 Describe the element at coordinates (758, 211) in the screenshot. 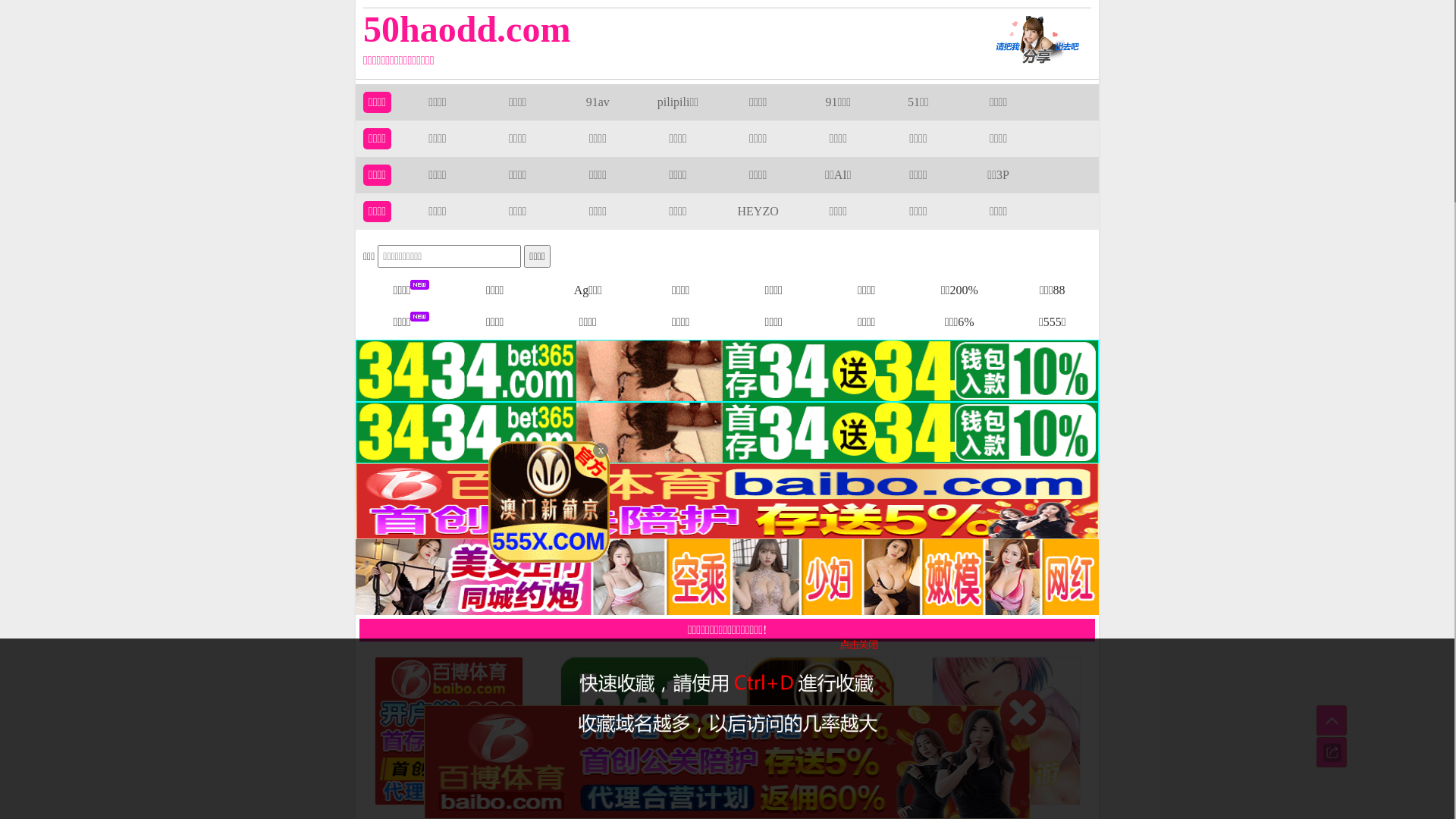

I see `'HEYZO'` at that location.